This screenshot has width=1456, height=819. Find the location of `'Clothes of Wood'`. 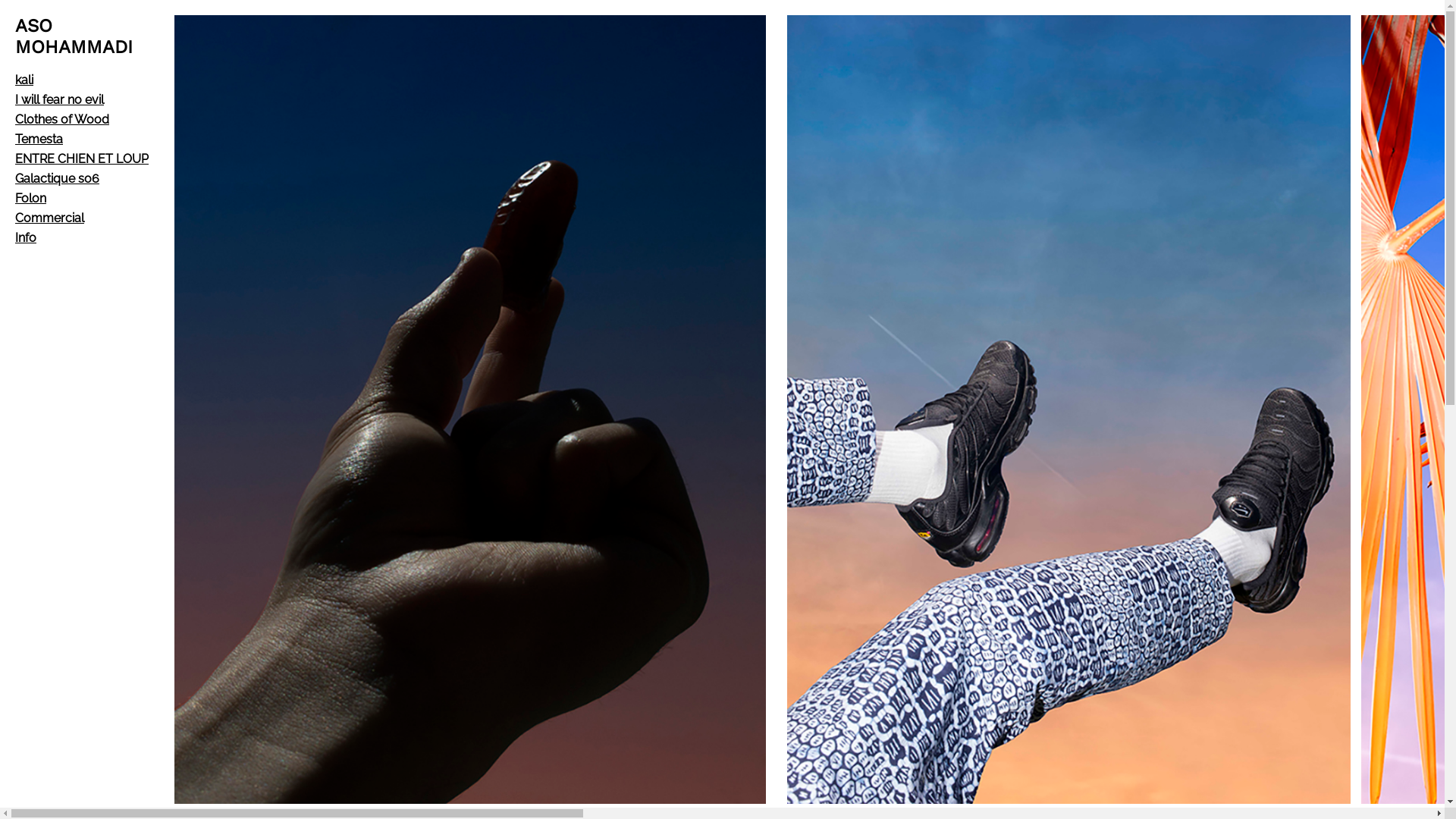

'Clothes of Wood' is located at coordinates (61, 118).